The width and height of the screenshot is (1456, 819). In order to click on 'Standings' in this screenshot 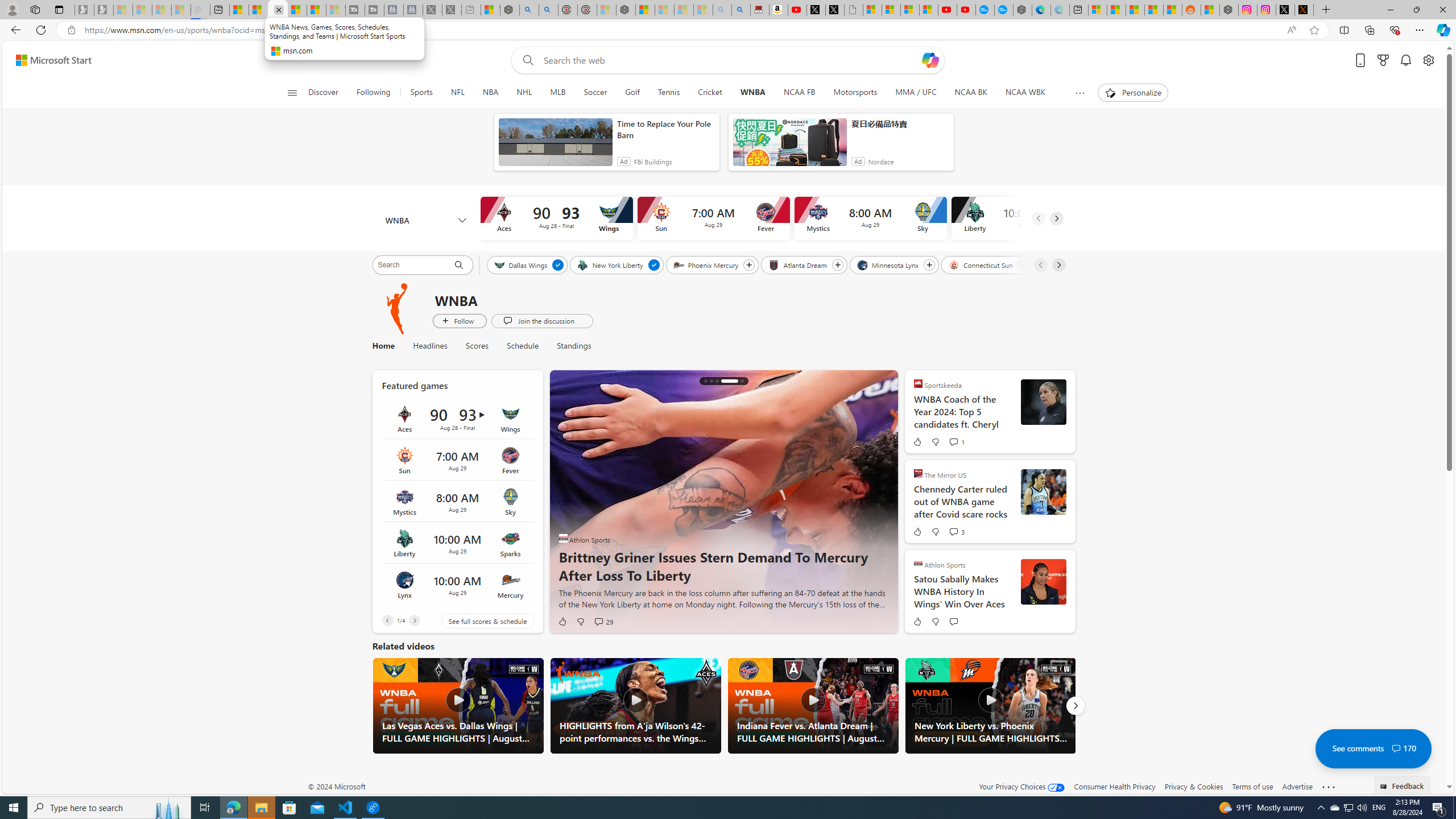, I will do `click(573, 346)`.